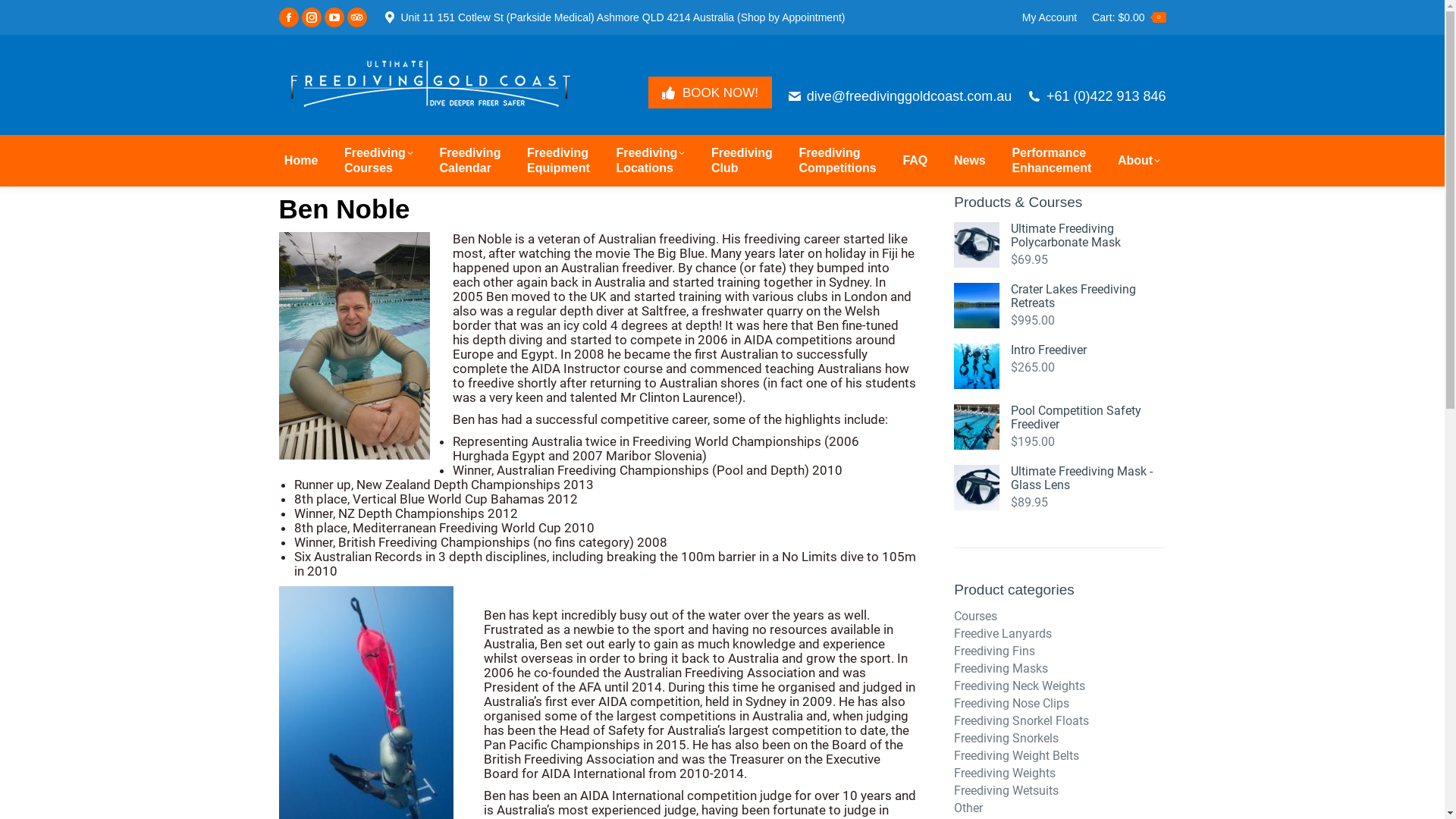 The width and height of the screenshot is (1456, 819). I want to click on 'Freediving, so click(836, 161).